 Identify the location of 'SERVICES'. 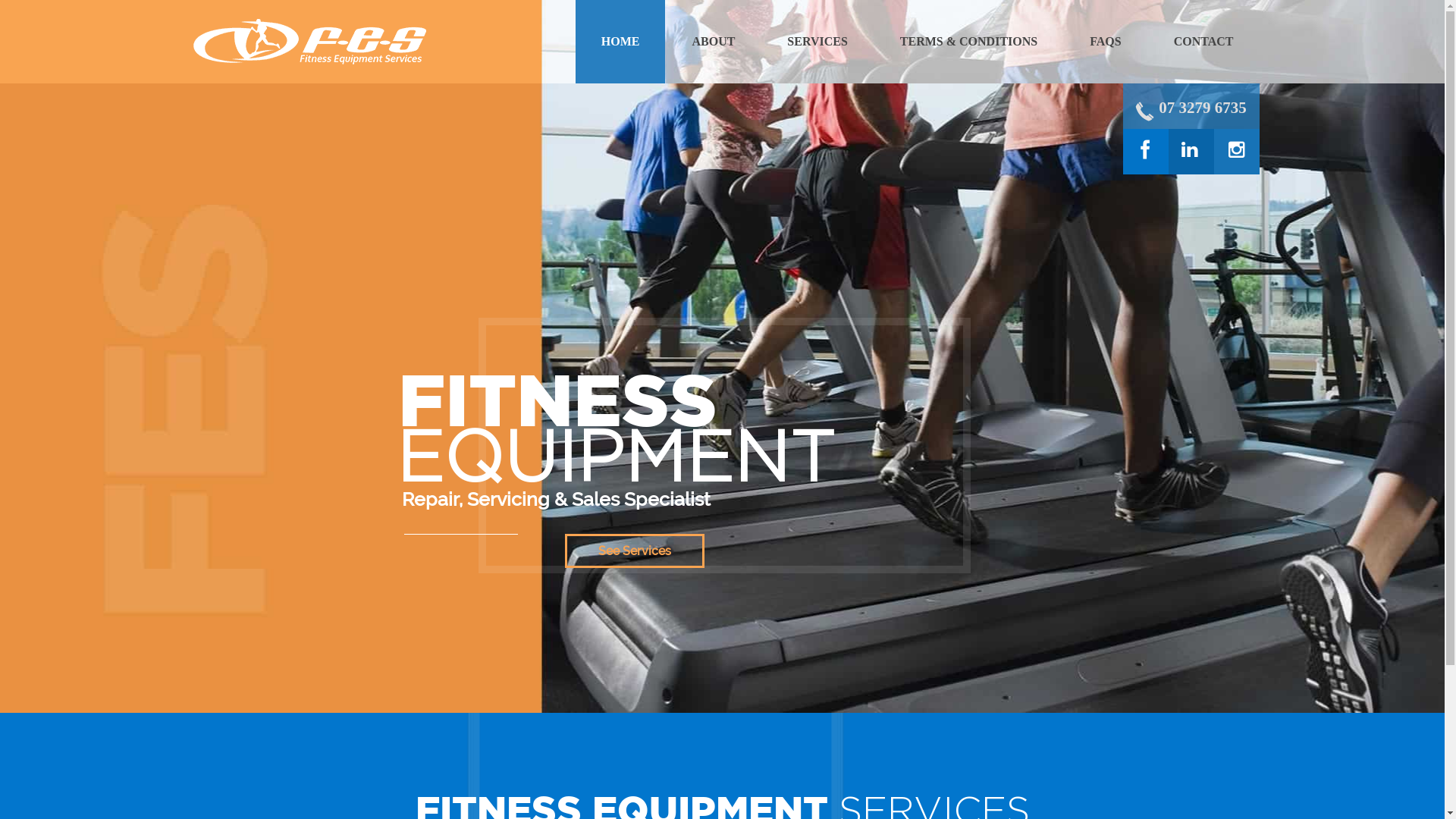
(816, 40).